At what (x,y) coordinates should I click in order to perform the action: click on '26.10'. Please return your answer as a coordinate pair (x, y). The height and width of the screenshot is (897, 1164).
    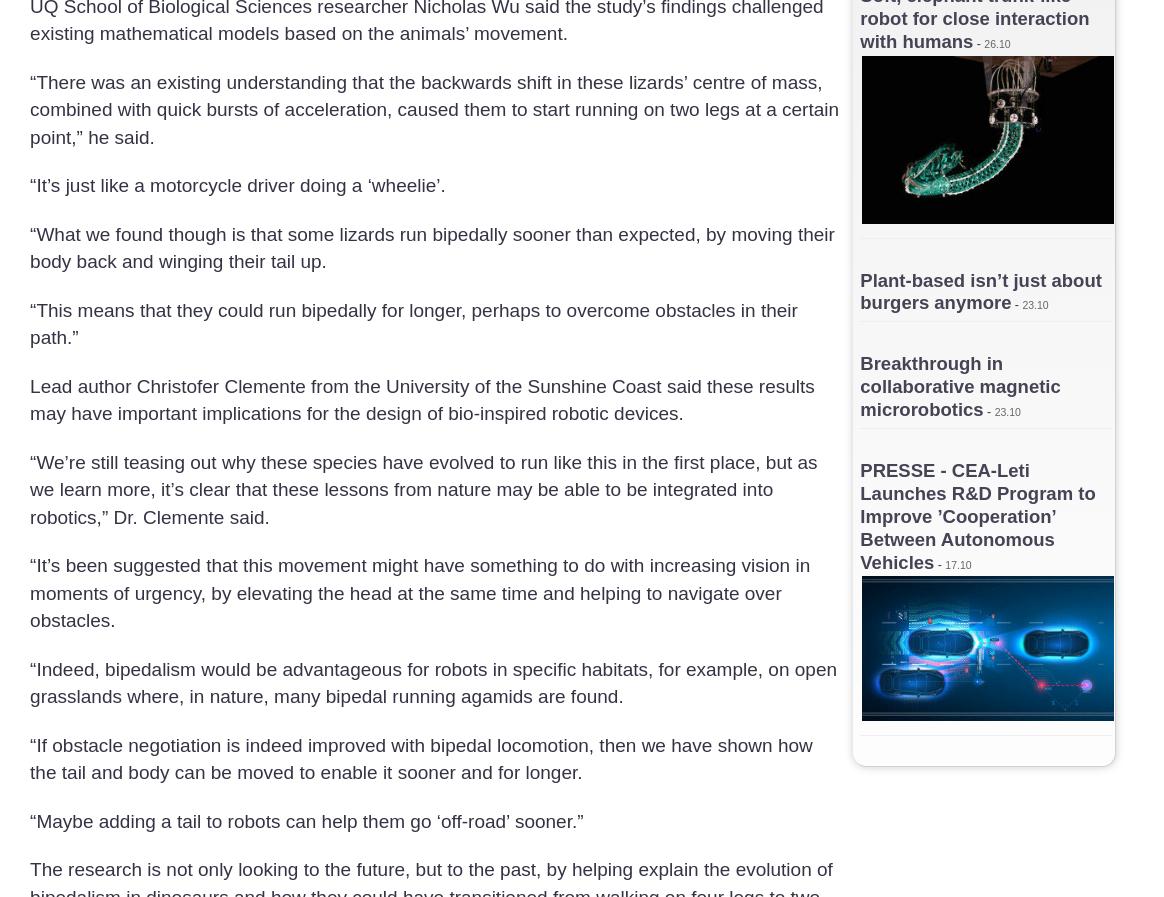
    Looking at the image, I should click on (996, 42).